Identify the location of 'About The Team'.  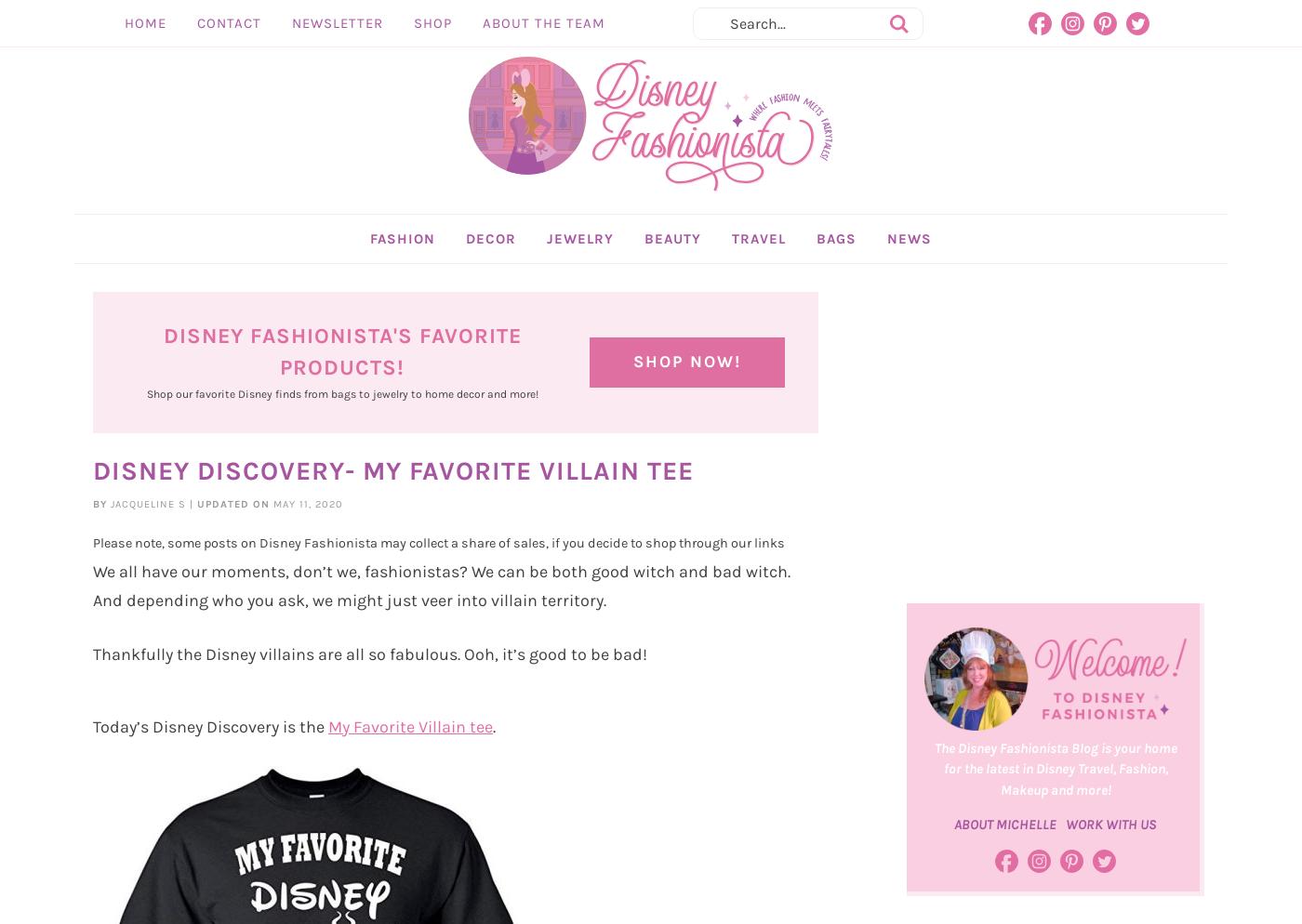
(482, 23).